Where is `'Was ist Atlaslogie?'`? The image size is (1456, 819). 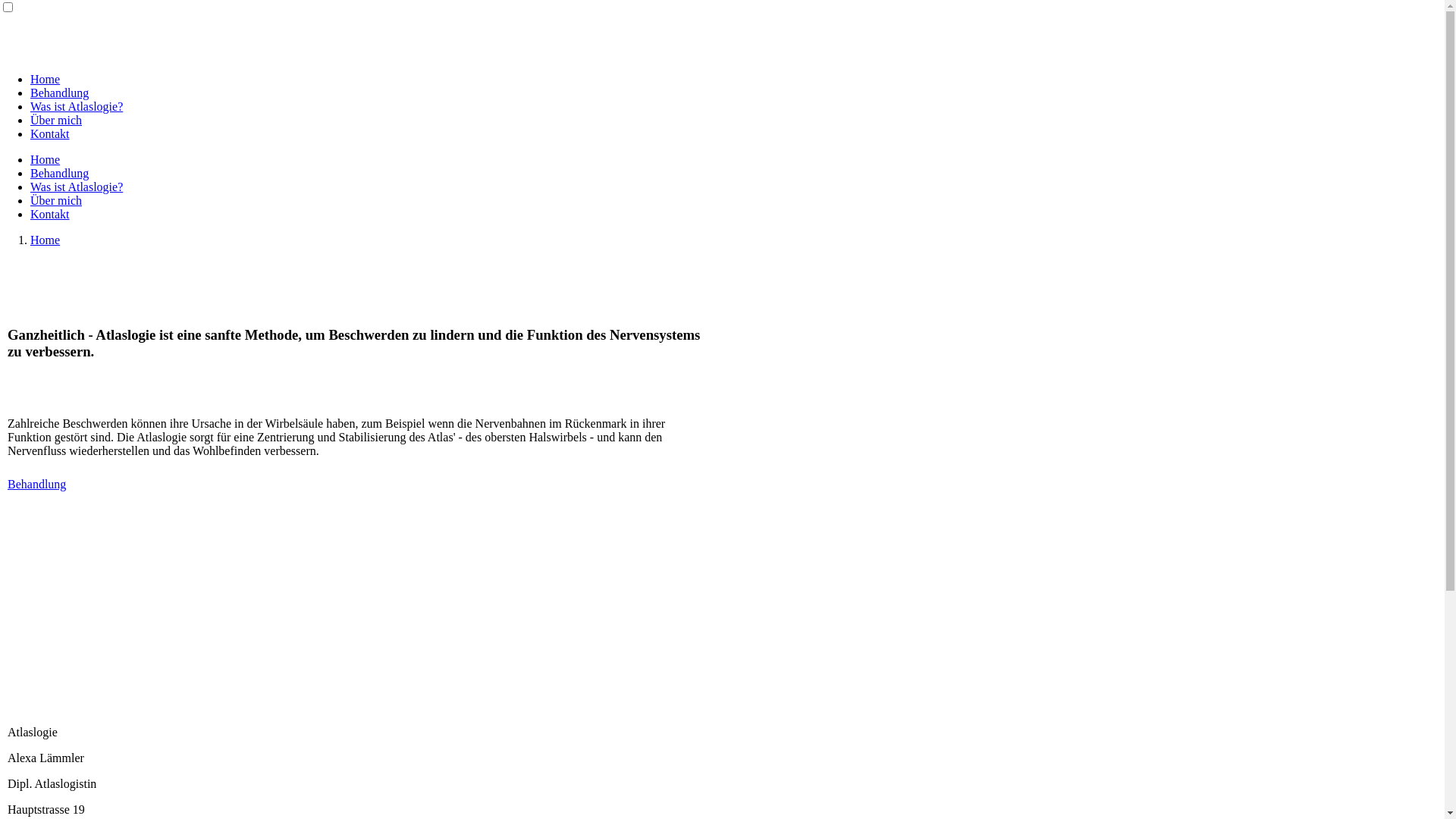 'Was ist Atlaslogie?' is located at coordinates (75, 105).